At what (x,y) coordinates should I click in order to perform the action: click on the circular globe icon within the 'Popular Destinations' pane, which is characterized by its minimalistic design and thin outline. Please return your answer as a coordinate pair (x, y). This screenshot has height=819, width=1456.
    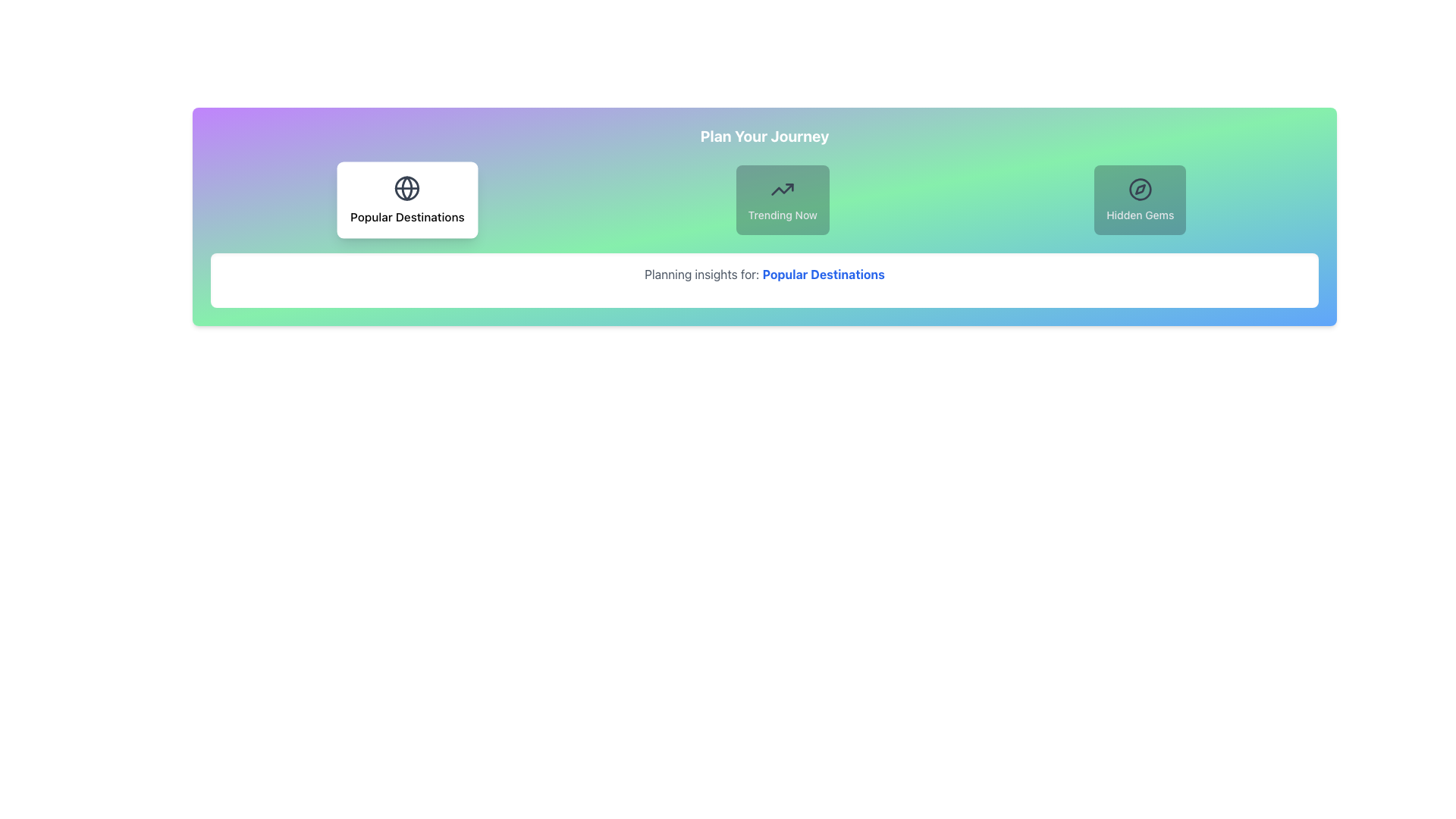
    Looking at the image, I should click on (407, 187).